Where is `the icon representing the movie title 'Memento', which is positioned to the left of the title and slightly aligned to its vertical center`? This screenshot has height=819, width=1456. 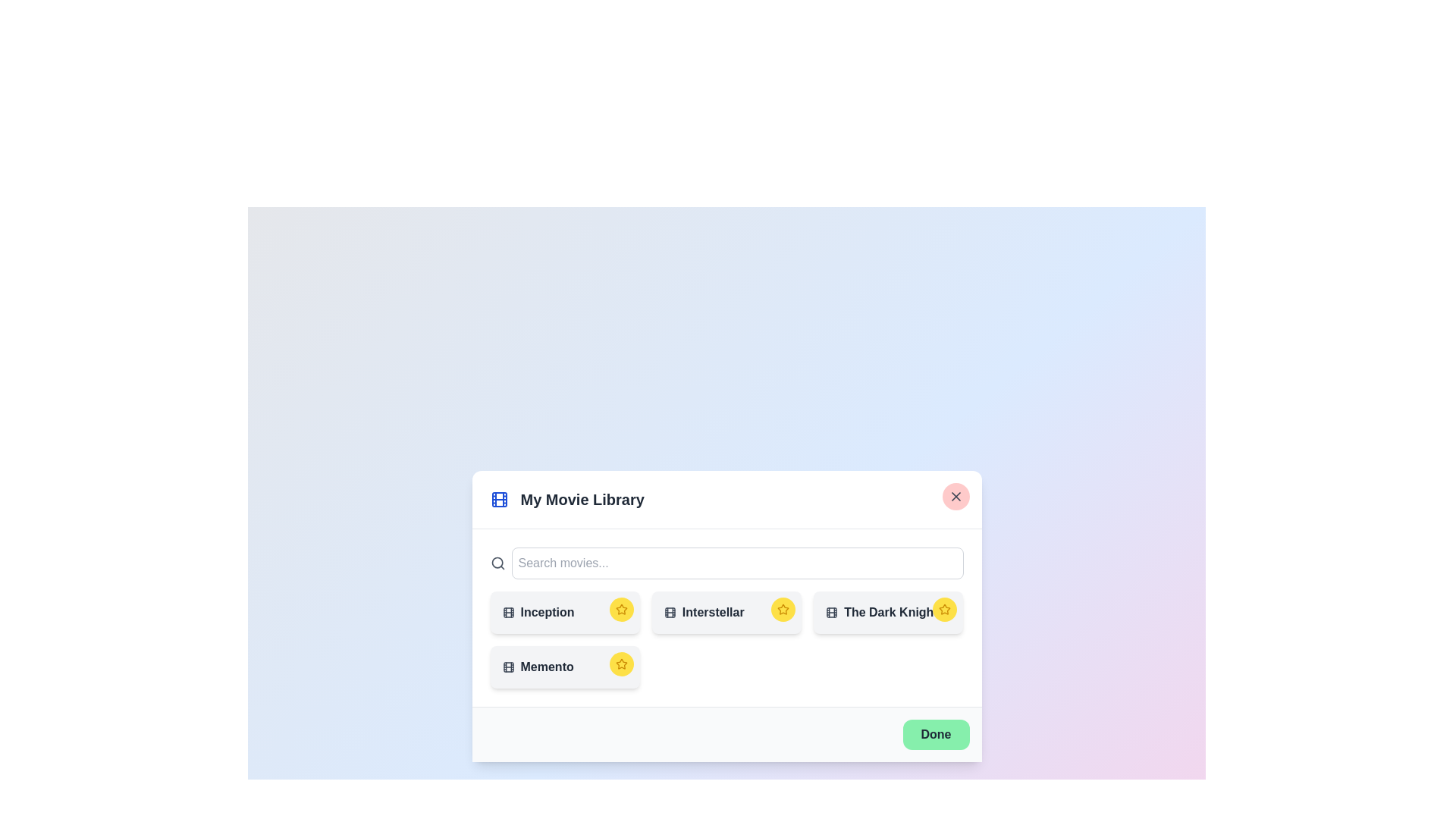 the icon representing the movie title 'Memento', which is positioned to the left of the title and slightly aligned to its vertical center is located at coordinates (508, 666).